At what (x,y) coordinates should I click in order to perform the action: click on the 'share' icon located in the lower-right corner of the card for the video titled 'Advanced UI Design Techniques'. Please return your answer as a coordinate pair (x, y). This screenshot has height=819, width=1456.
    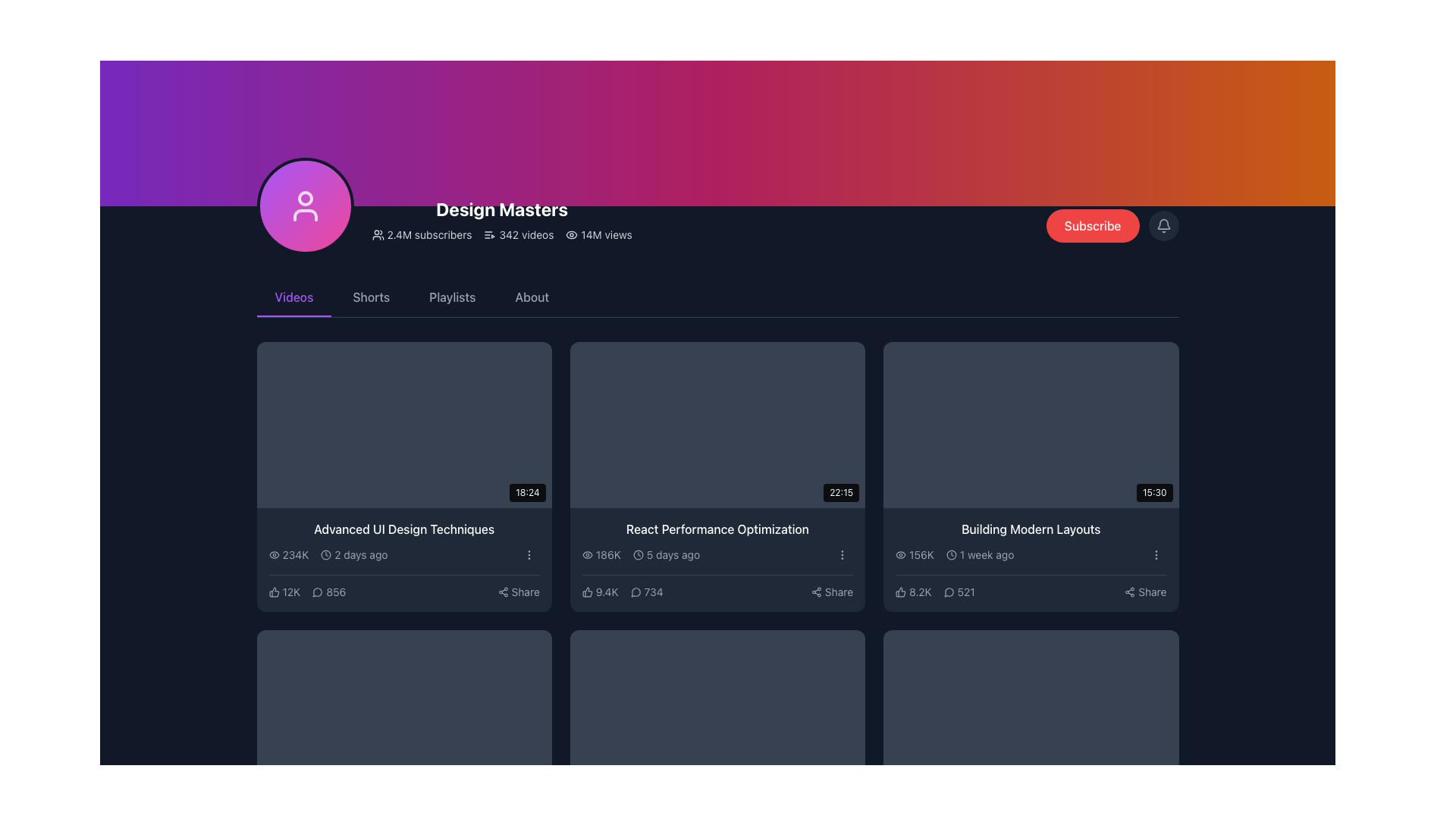
    Looking at the image, I should click on (503, 591).